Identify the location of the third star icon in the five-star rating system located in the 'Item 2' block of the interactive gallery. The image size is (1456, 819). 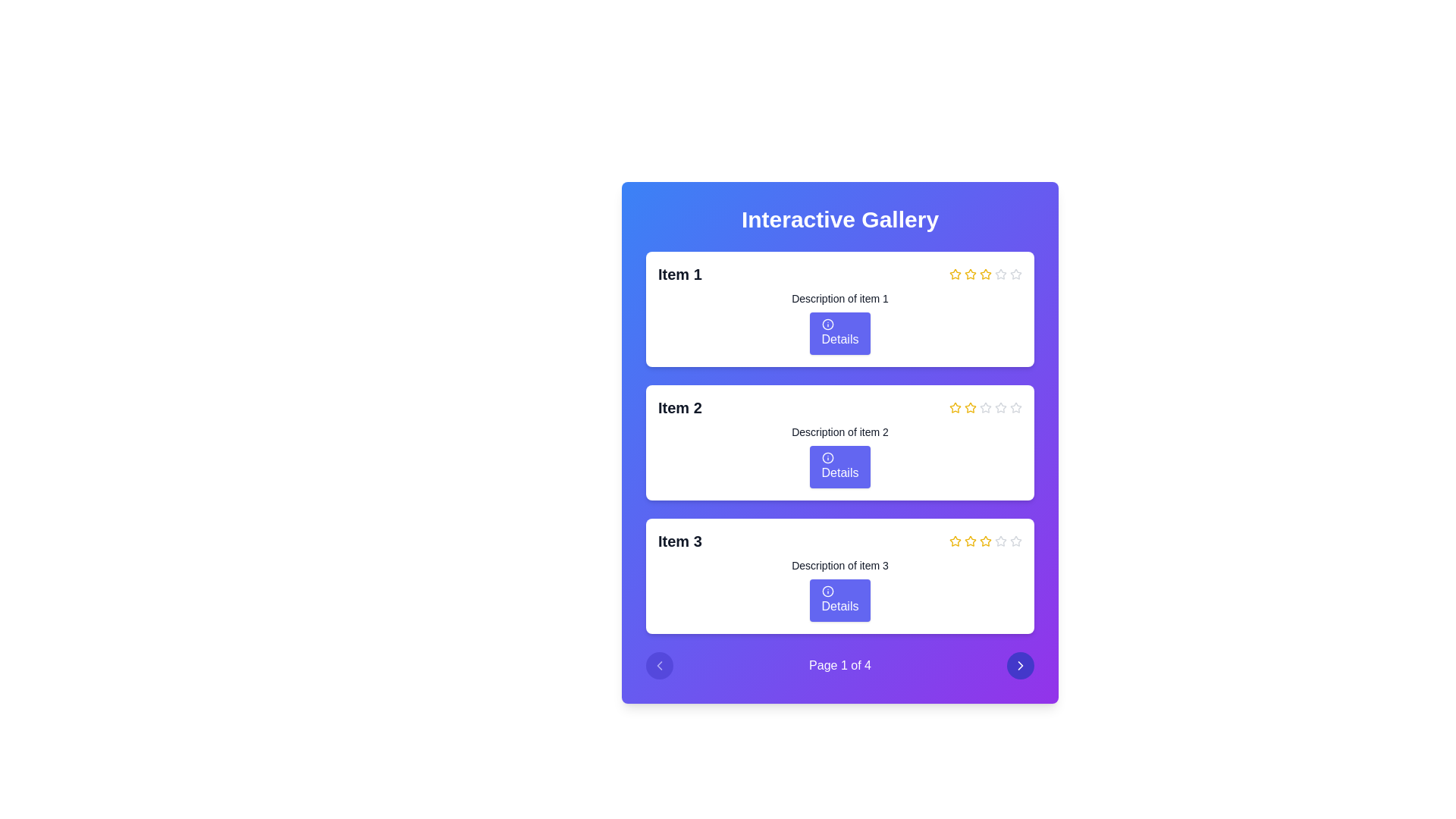
(986, 406).